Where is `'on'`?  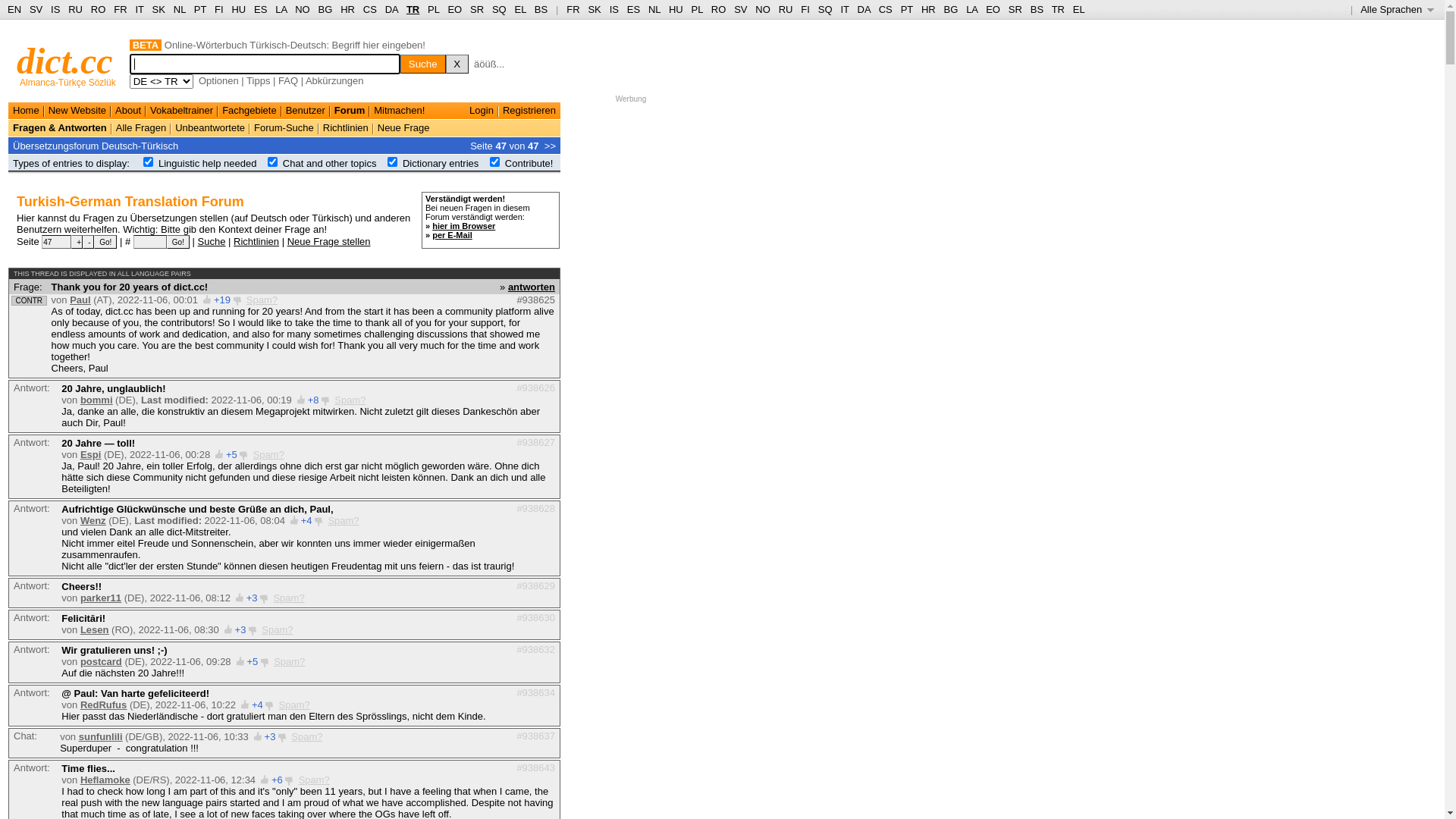 'on' is located at coordinates (272, 162).